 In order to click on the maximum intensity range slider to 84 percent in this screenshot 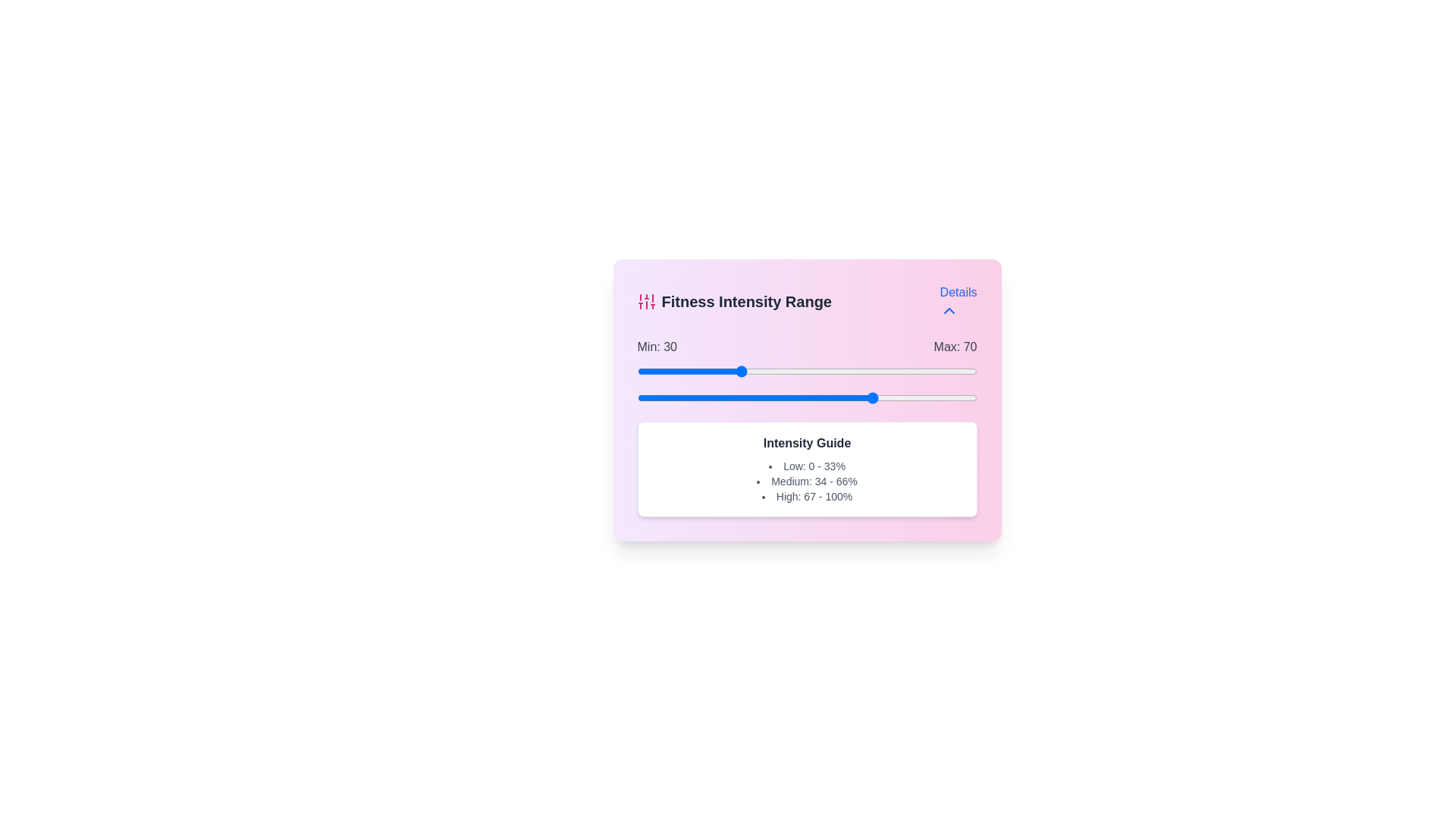, I will do `click(921, 397)`.